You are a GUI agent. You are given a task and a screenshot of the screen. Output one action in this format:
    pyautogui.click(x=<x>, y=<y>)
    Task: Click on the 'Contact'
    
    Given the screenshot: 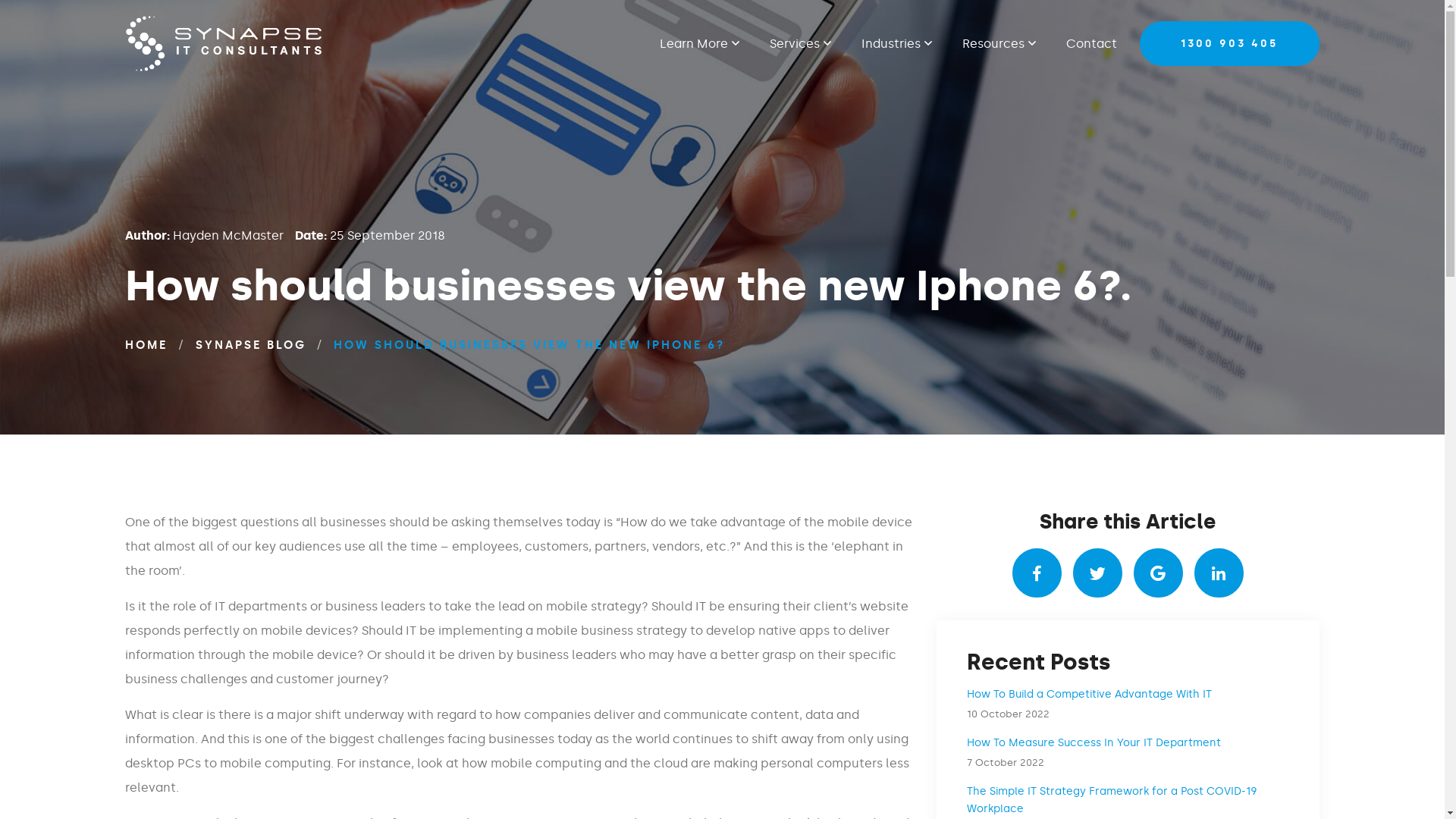 What is the action you would take?
    pyautogui.click(x=1083, y=42)
    